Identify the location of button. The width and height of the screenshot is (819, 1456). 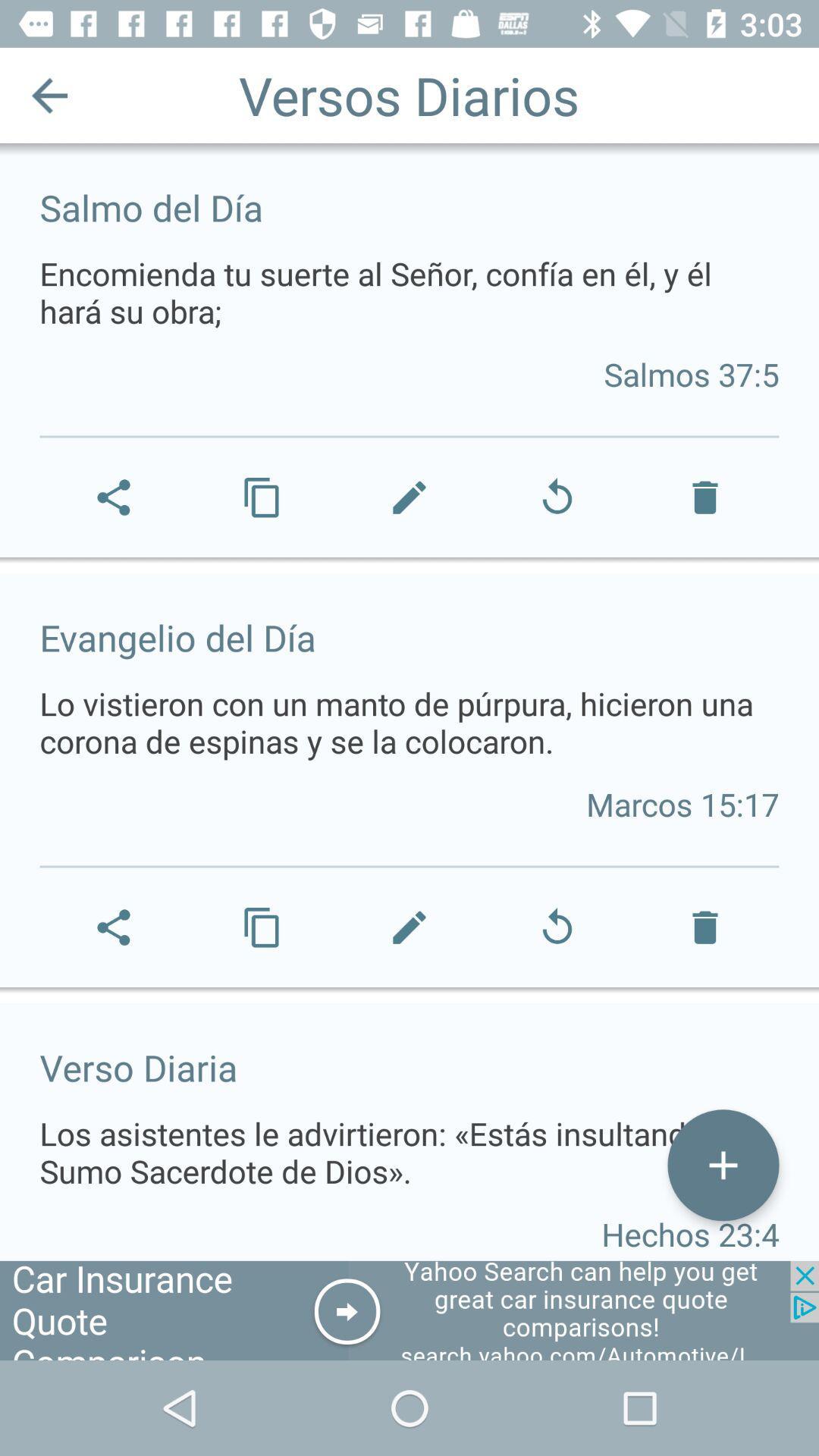
(722, 1164).